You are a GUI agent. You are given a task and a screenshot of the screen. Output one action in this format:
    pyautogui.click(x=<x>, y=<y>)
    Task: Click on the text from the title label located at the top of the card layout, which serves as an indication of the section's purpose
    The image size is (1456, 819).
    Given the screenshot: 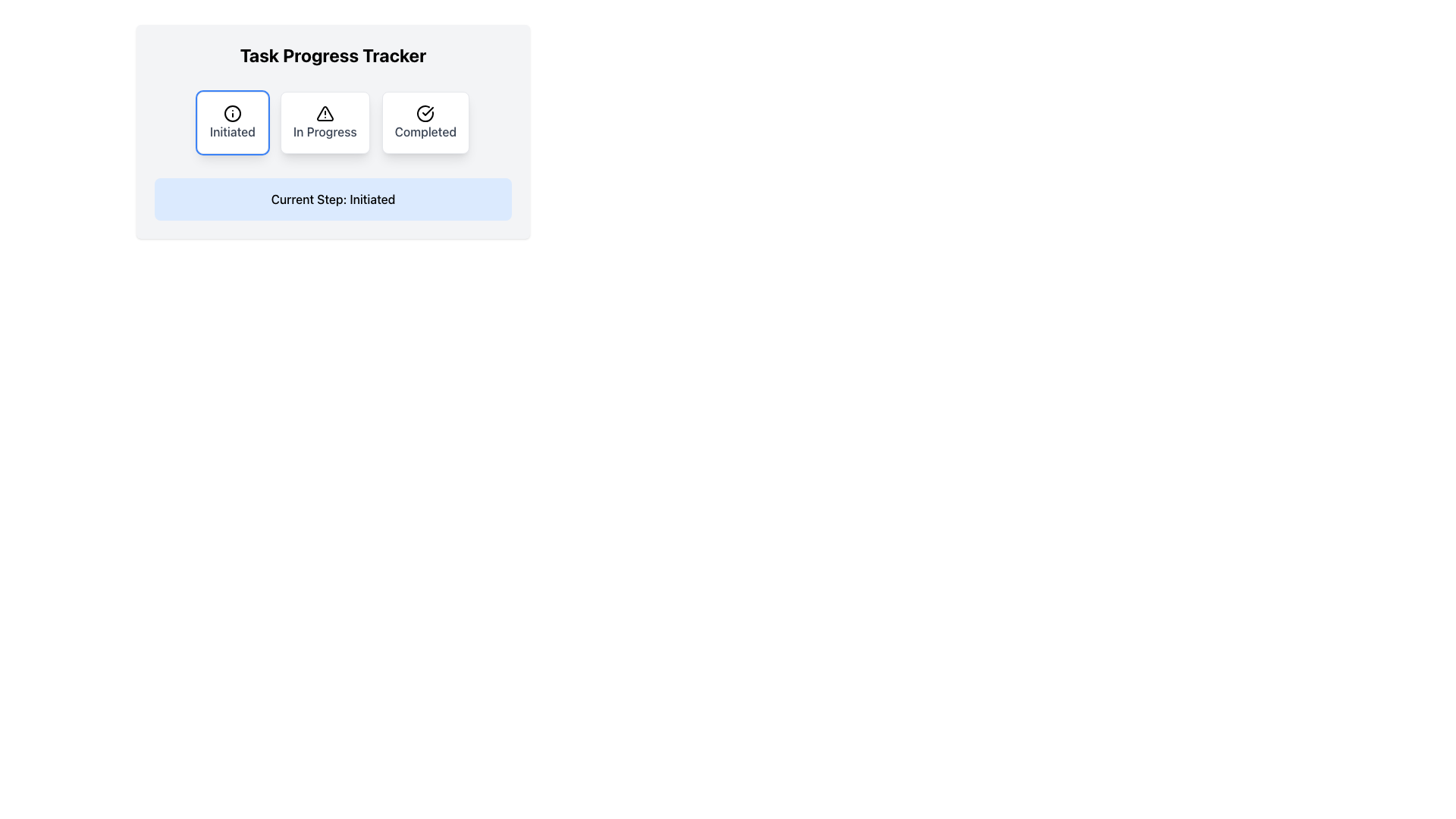 What is the action you would take?
    pyautogui.click(x=332, y=55)
    